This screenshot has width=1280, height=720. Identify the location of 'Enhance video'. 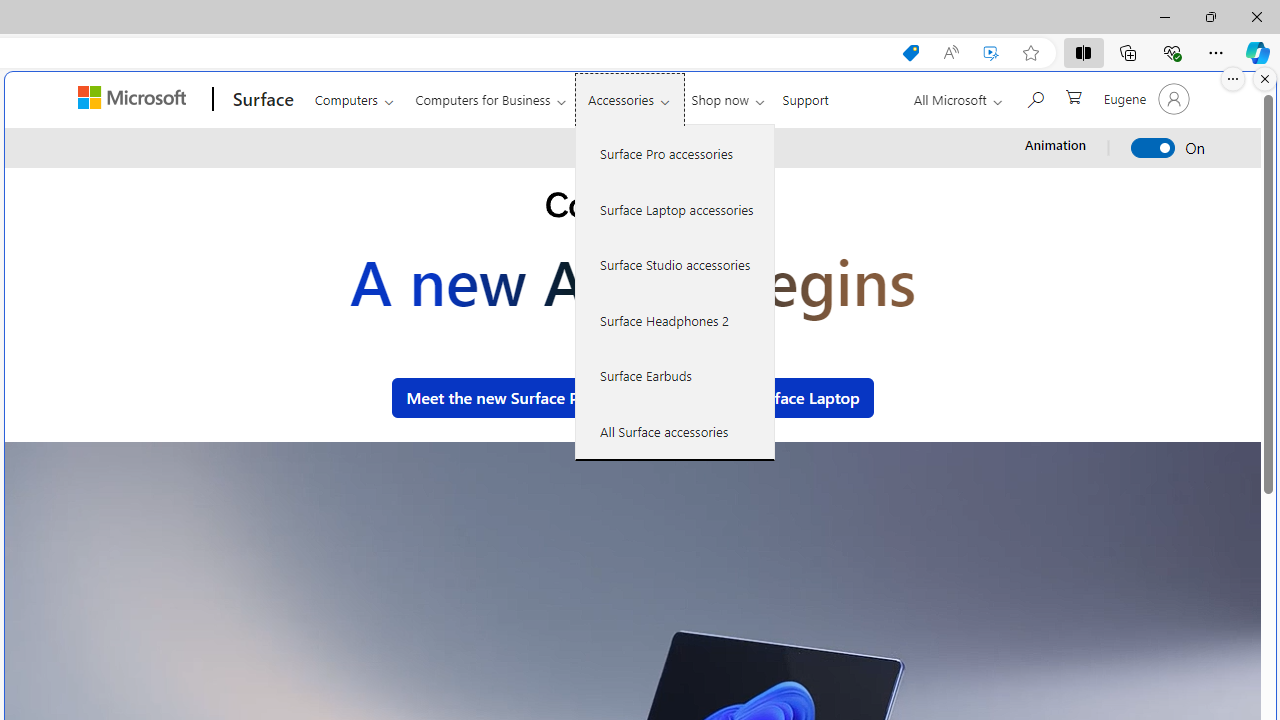
(991, 52).